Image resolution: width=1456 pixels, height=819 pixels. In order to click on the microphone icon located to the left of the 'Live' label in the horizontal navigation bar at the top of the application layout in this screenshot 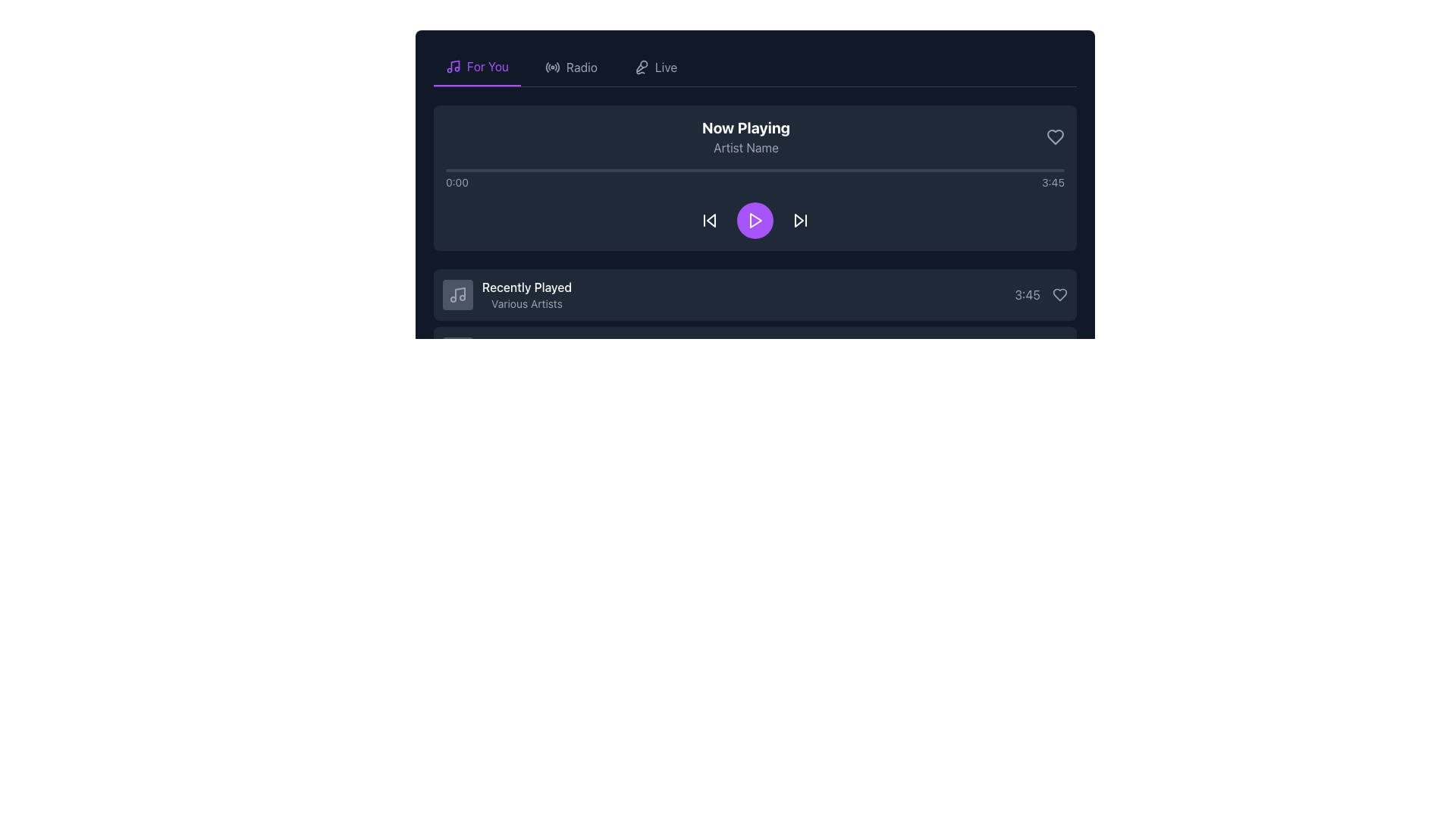, I will do `click(641, 66)`.